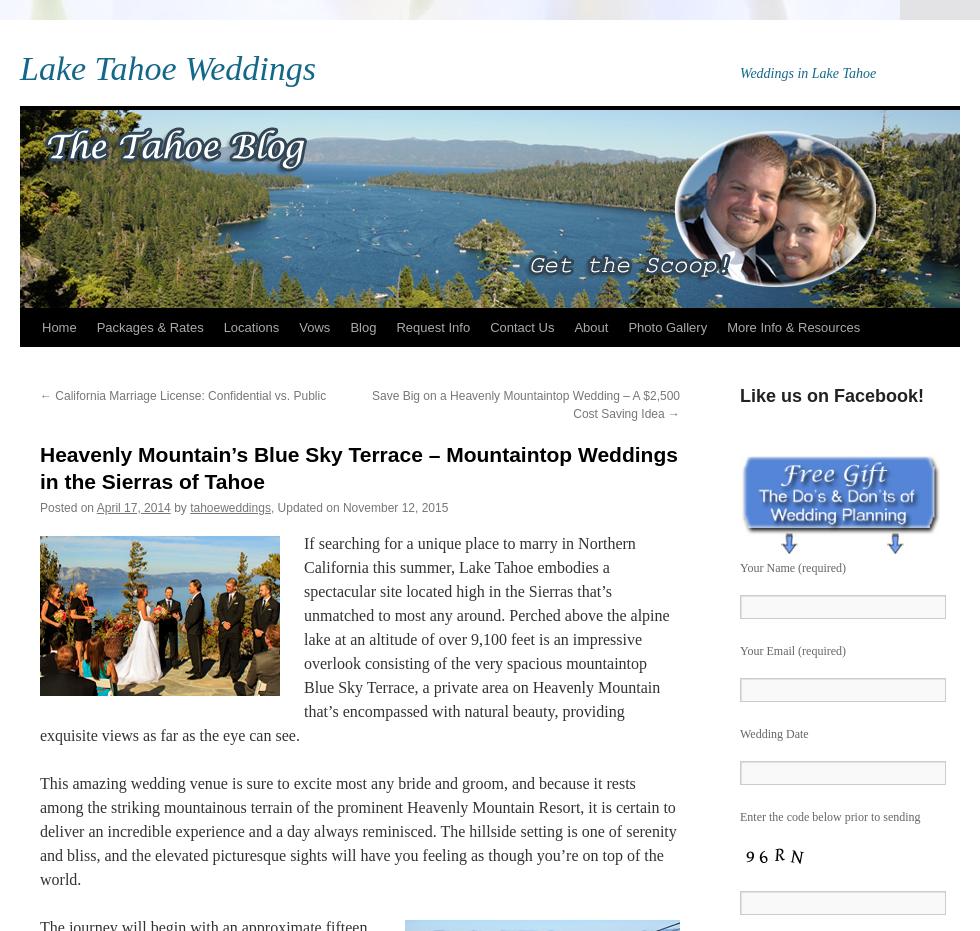  Describe the element at coordinates (230, 507) in the screenshot. I see `'tahoeweddings'` at that location.